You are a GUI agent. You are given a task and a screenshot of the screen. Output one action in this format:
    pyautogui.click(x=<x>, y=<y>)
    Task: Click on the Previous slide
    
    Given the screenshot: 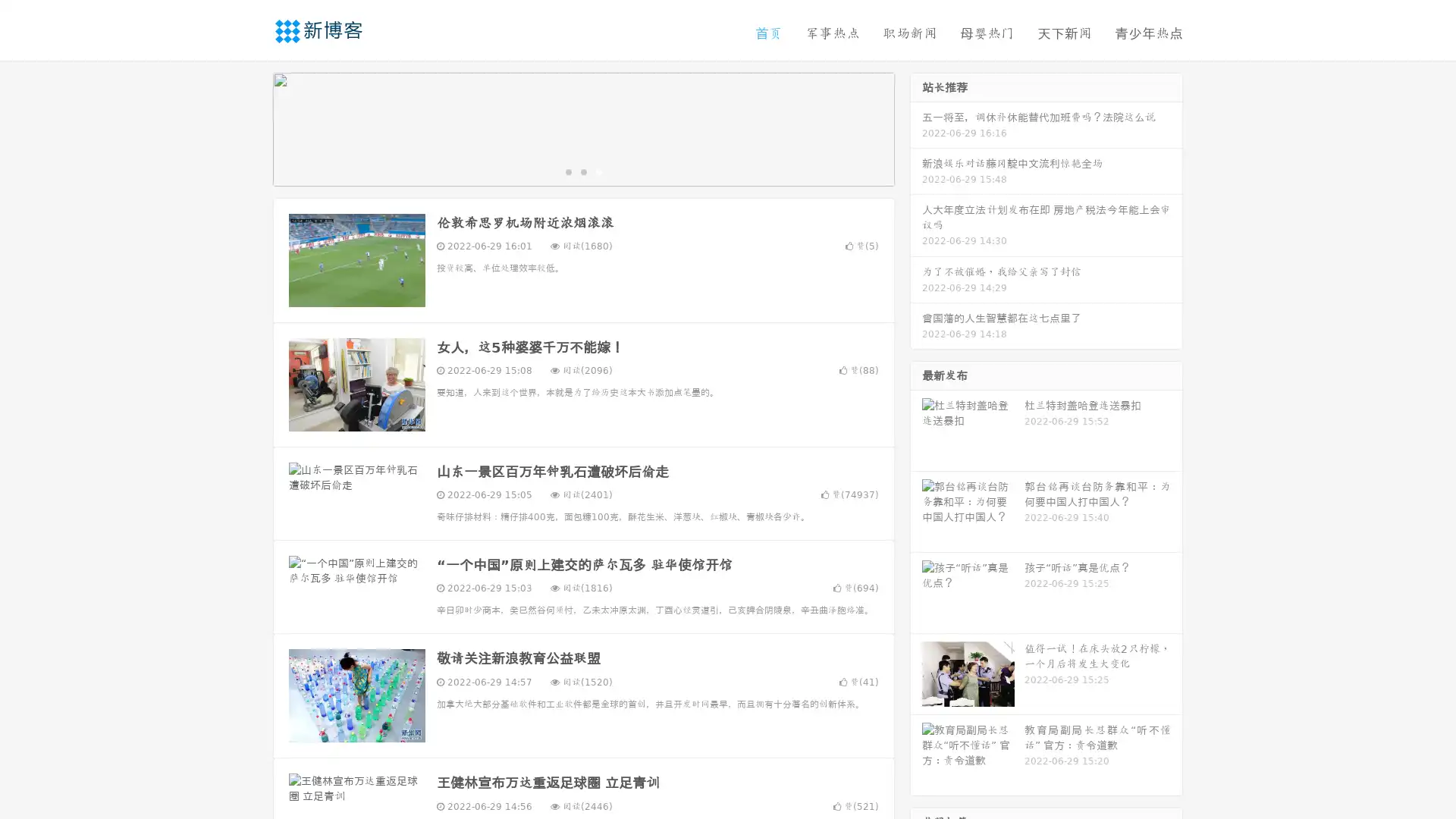 What is the action you would take?
    pyautogui.click(x=250, y=127)
    